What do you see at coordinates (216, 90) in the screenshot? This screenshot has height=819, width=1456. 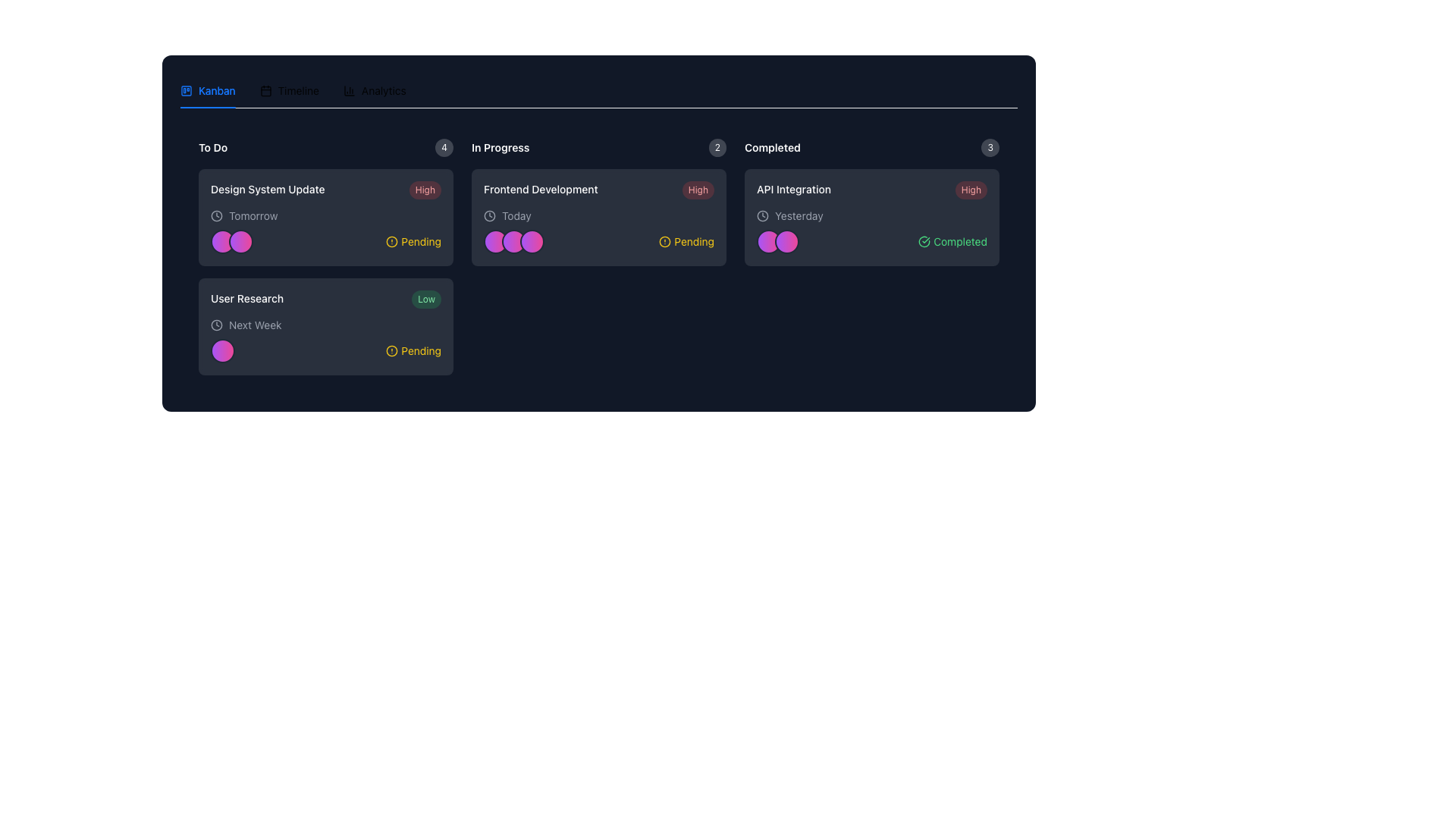 I see `the 'Kanban' navigation link in the top-left portion of the navigation bar` at bounding box center [216, 90].